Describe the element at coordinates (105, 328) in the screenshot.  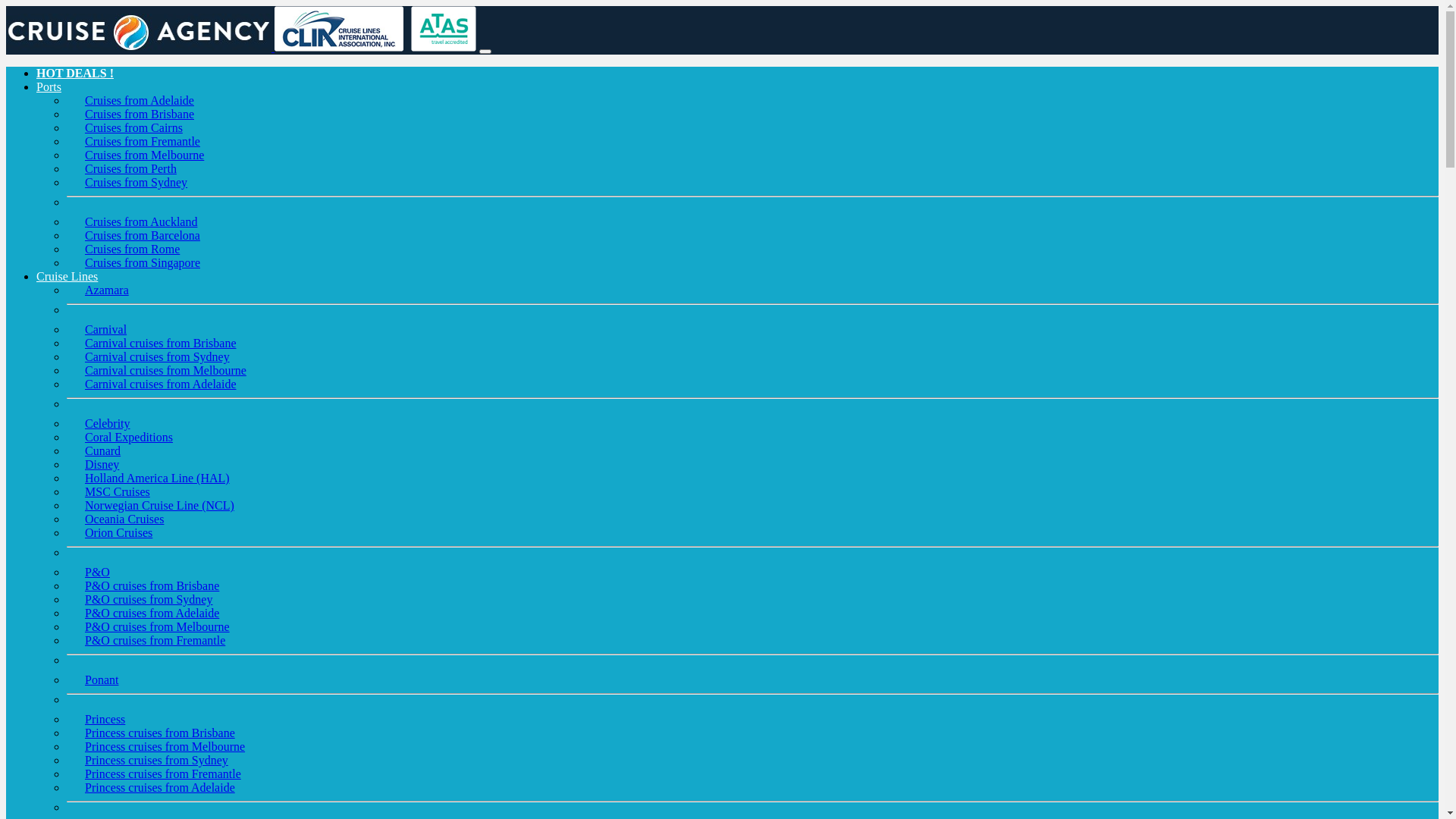
I see `'Carnival'` at that location.